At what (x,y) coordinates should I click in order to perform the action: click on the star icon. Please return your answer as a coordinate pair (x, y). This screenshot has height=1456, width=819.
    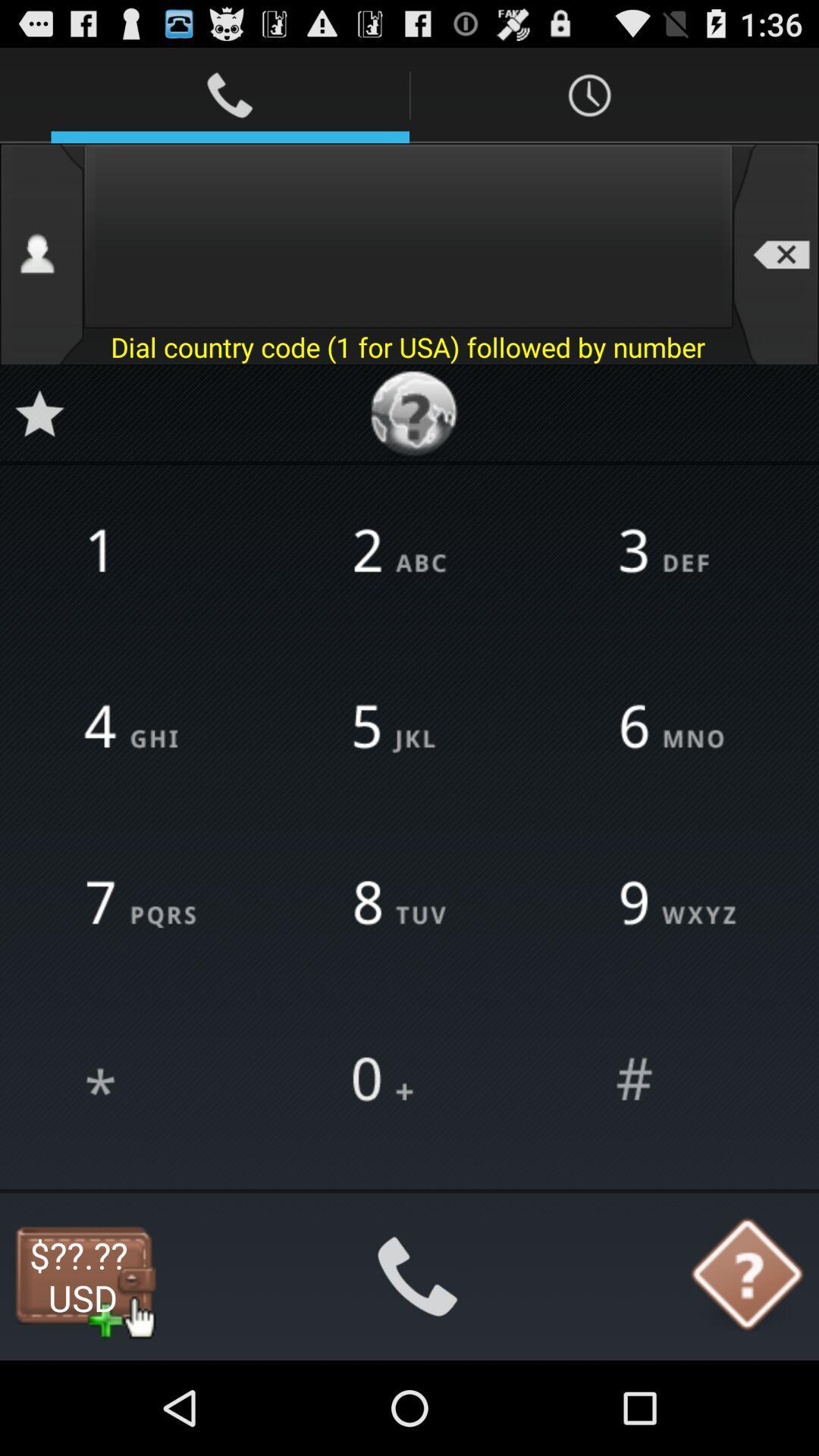
    Looking at the image, I should click on (39, 441).